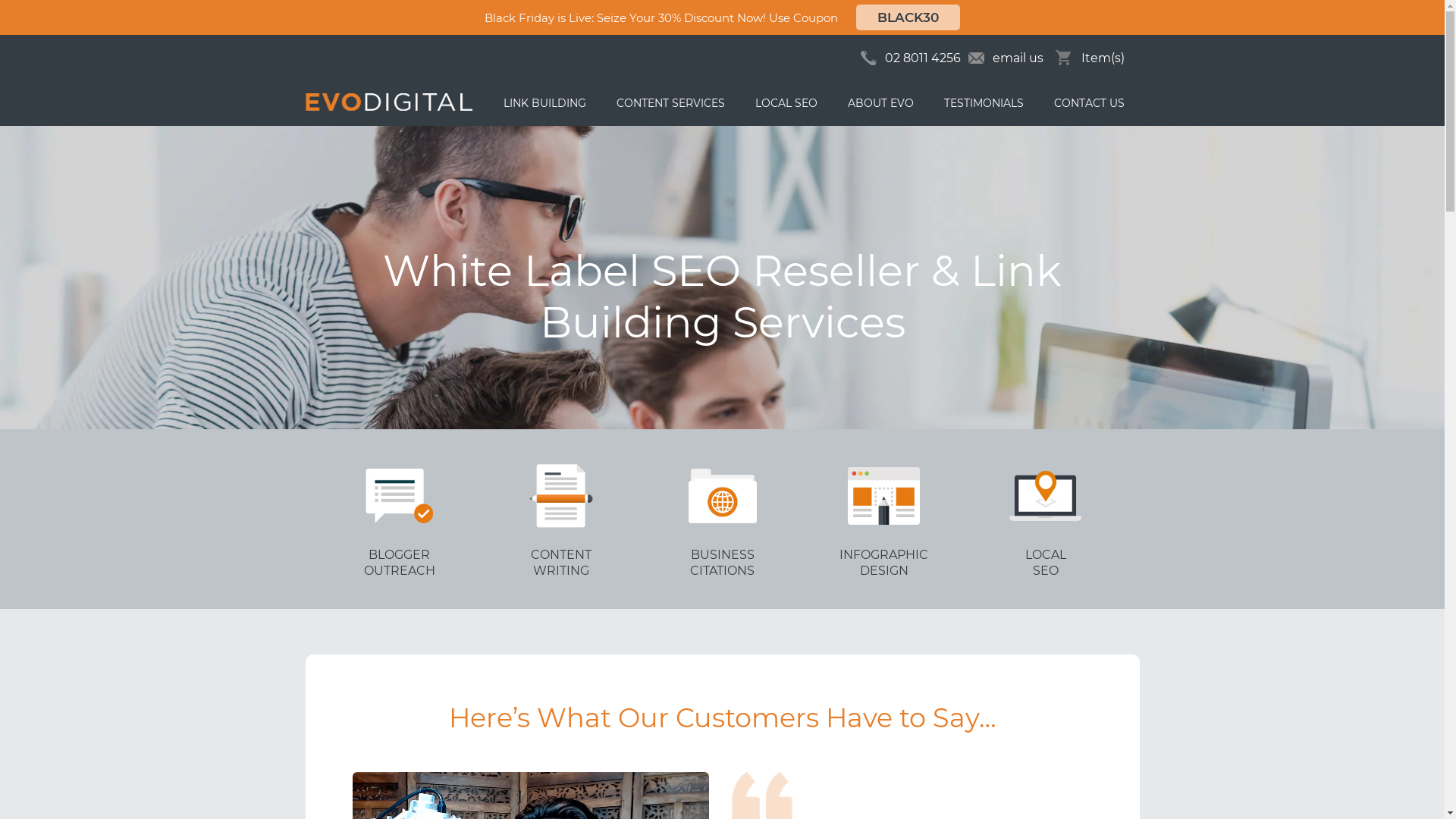 The image size is (1456, 819). Describe the element at coordinates (921, 57) in the screenshot. I see `'02 8011 4256'` at that location.